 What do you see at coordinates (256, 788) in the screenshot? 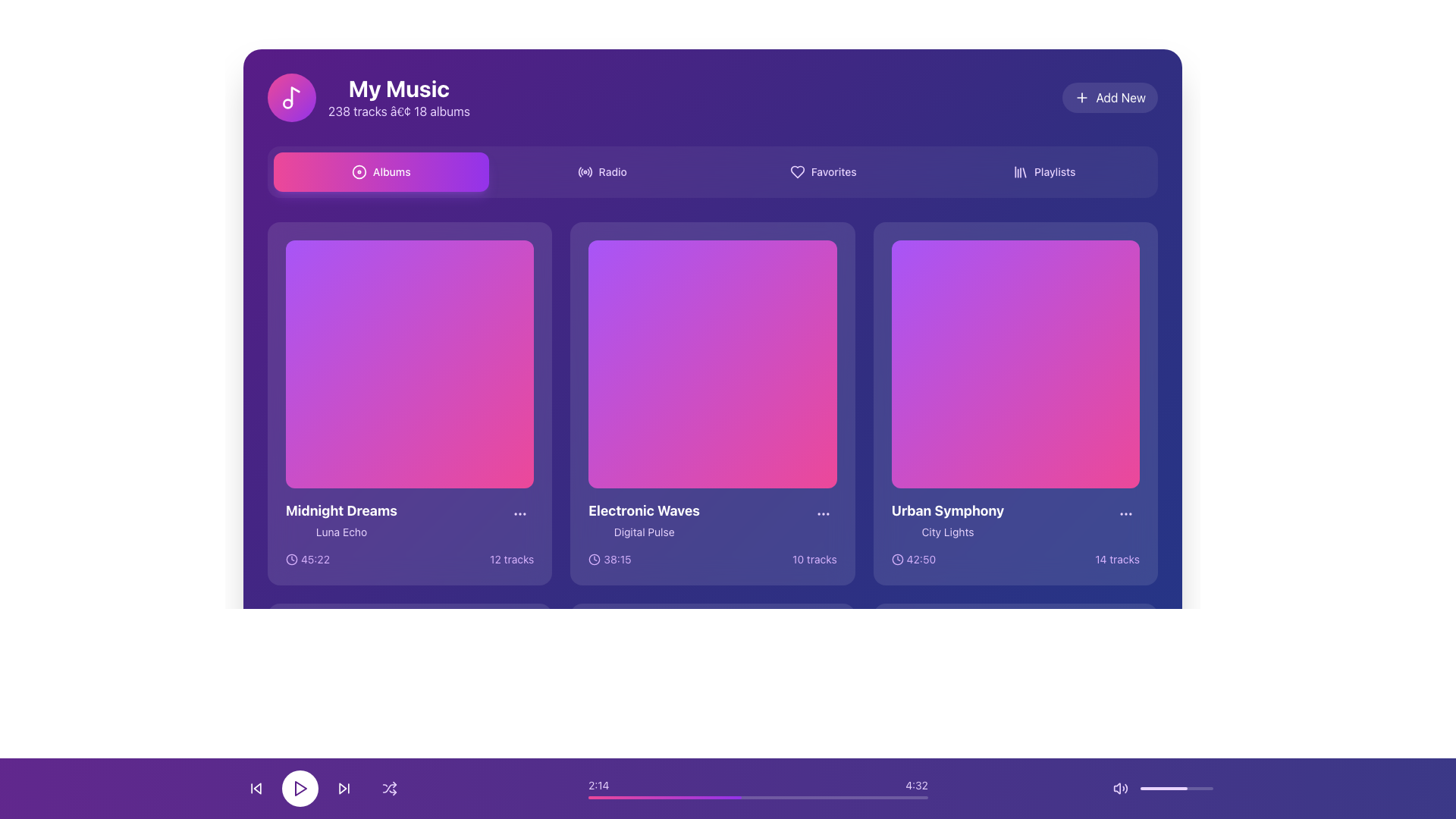
I see `the previous track button, which is an icon-based control located at the bottom-left corner of the music player's control panel` at bounding box center [256, 788].